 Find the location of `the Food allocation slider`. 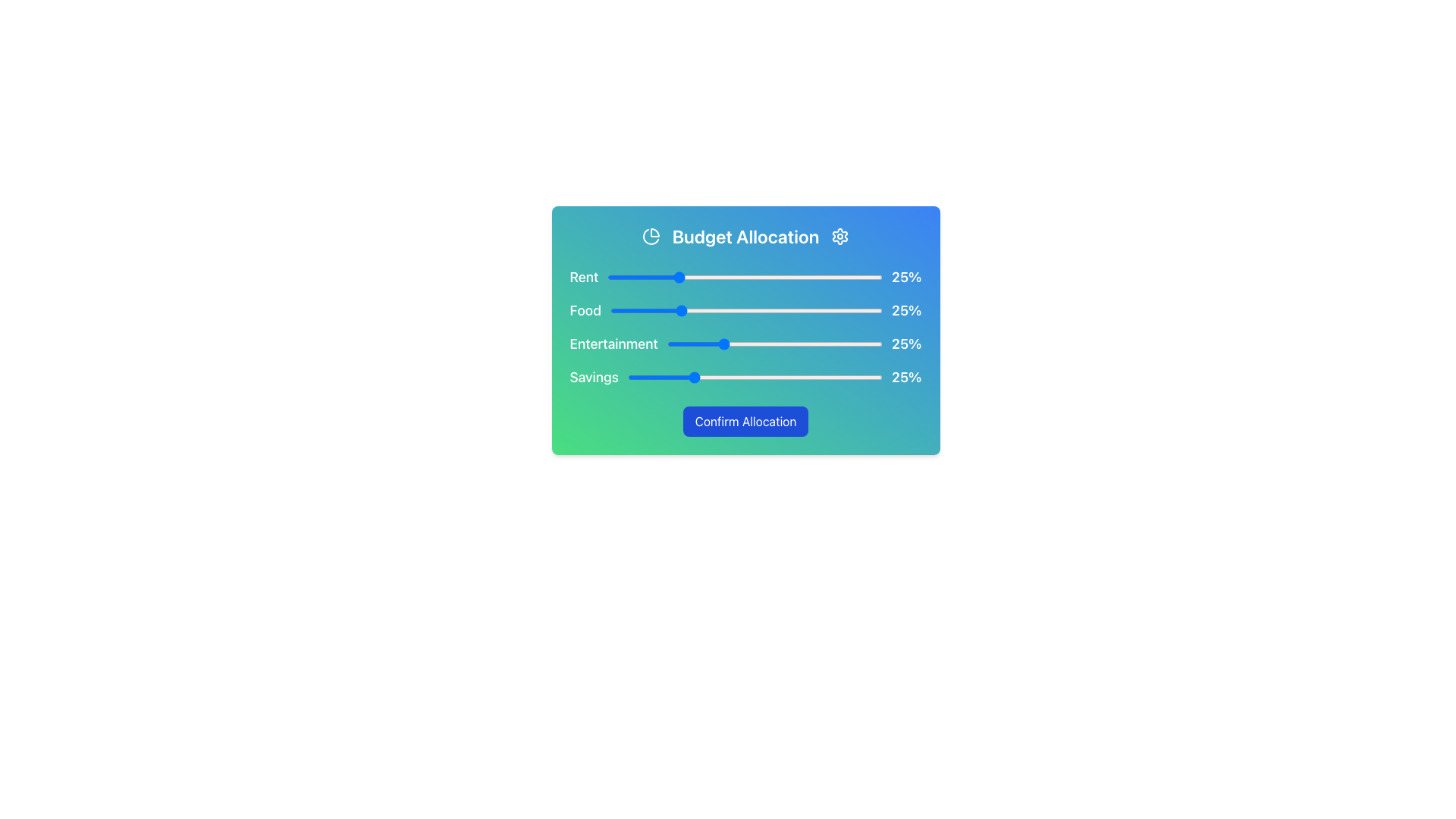

the Food allocation slider is located at coordinates (675, 309).